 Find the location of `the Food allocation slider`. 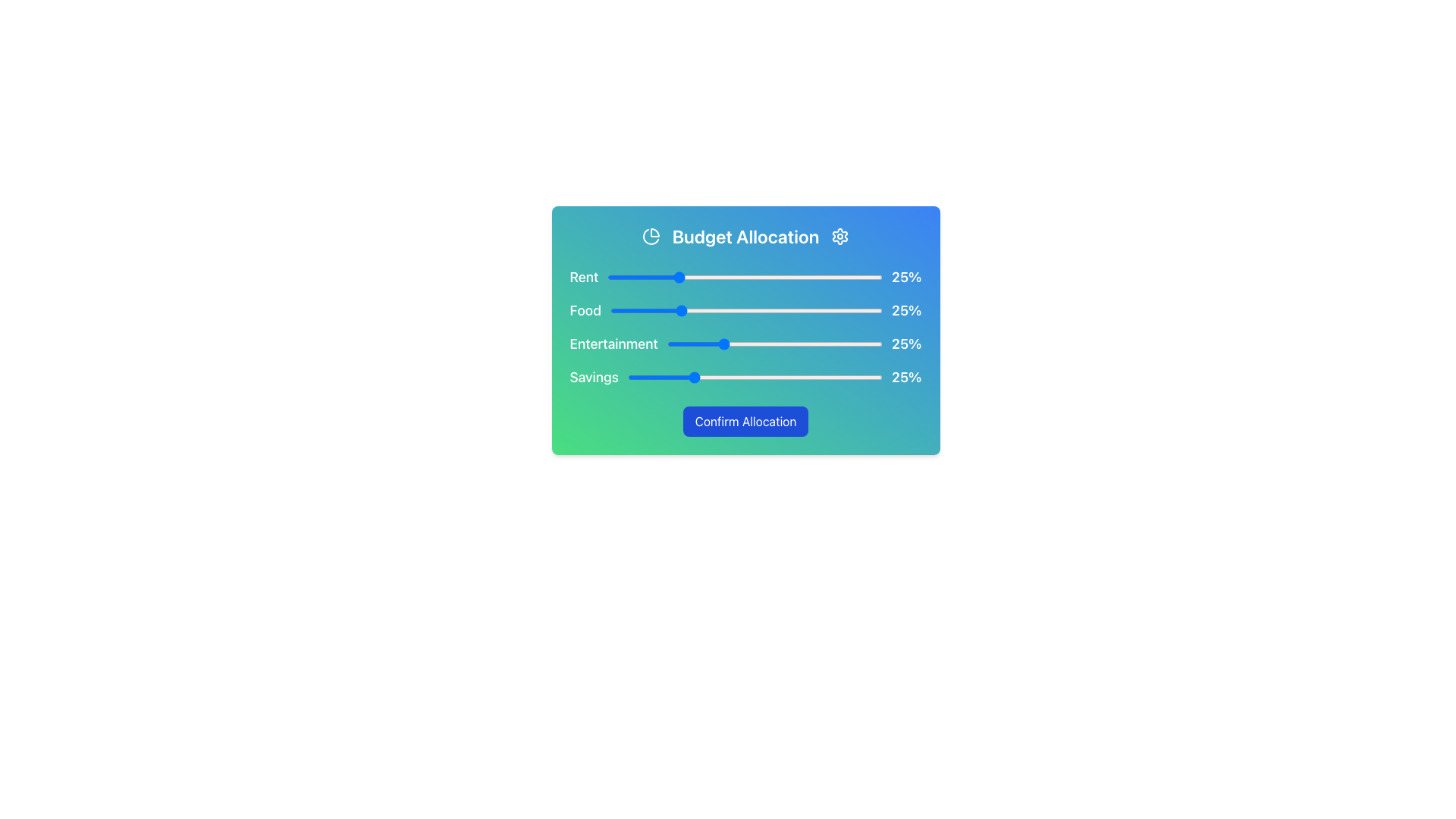

the Food allocation slider is located at coordinates (675, 309).